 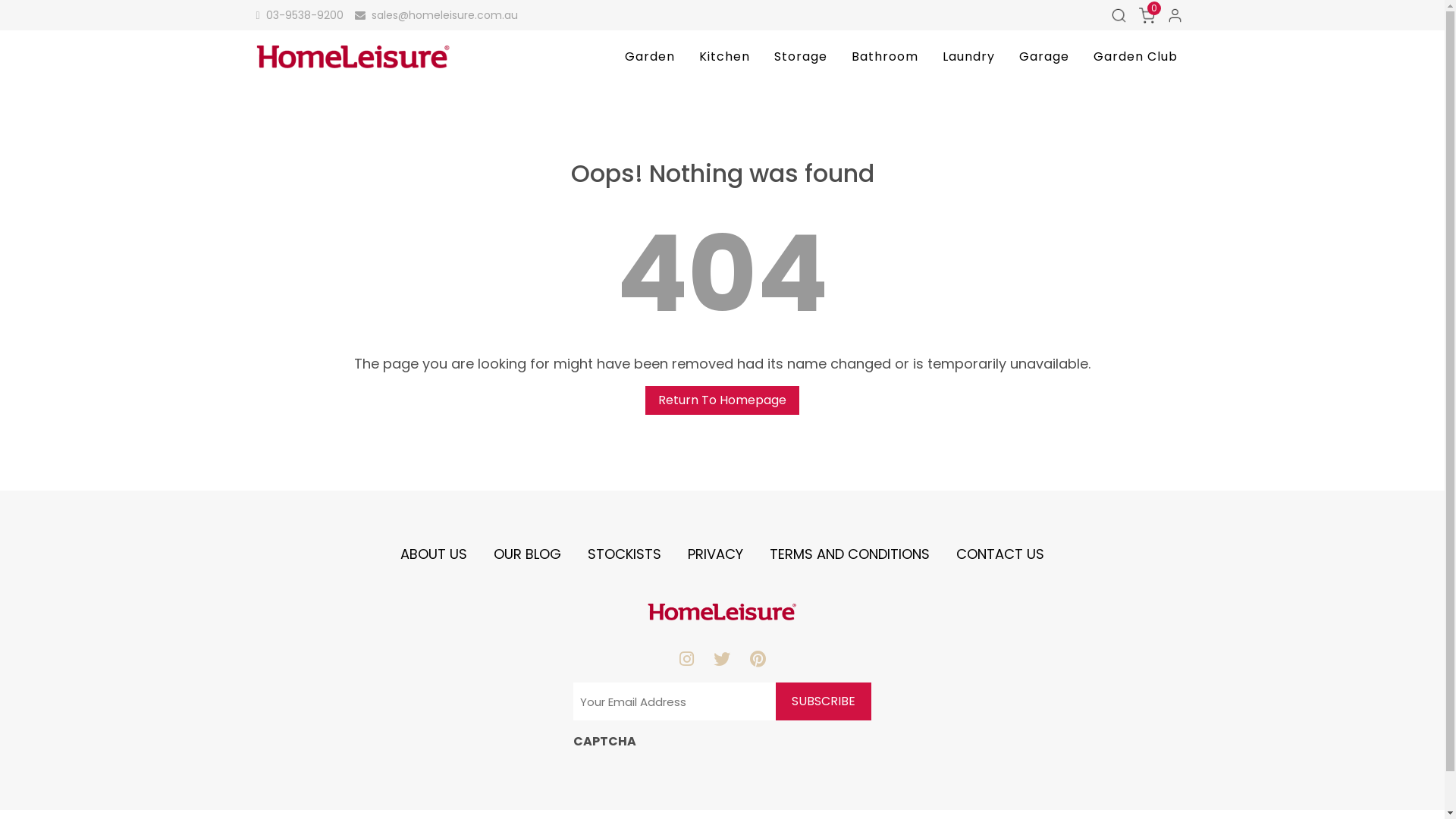 What do you see at coordinates (822, 701) in the screenshot?
I see `'Subscribe'` at bounding box center [822, 701].